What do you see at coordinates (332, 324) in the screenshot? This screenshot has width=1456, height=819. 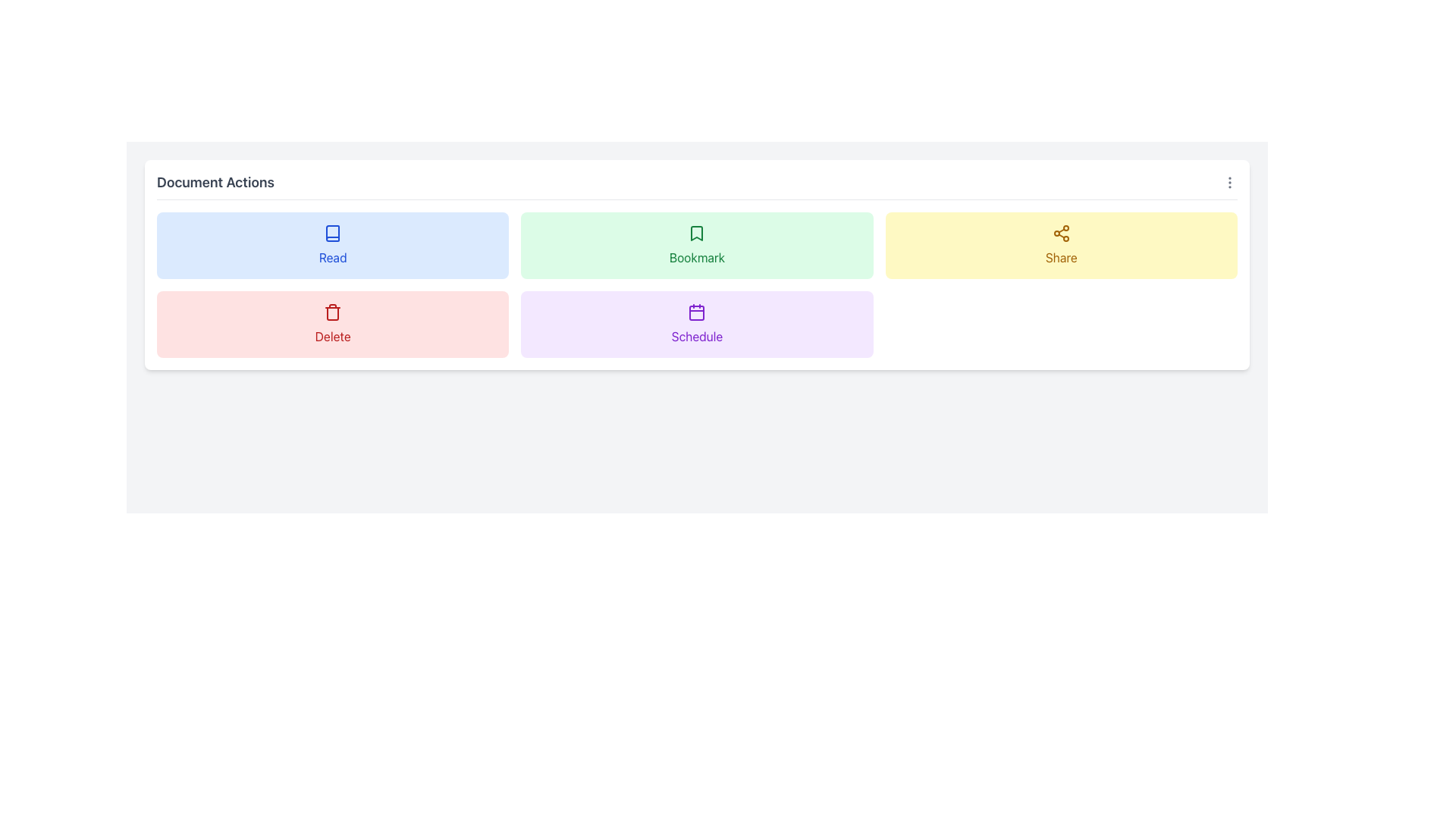 I see `the delete button located in the second row and first column of the grid layout` at bounding box center [332, 324].